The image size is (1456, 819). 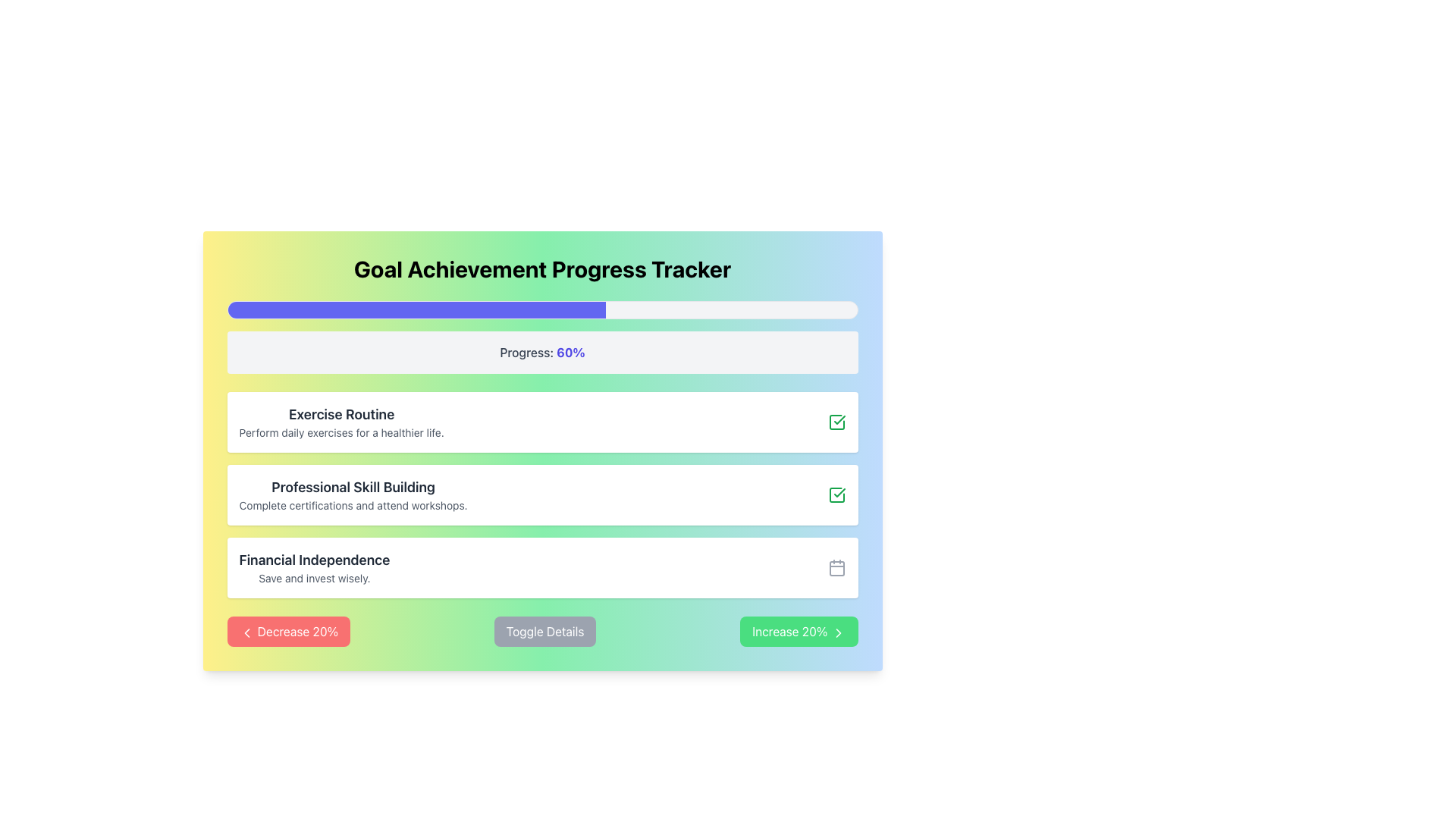 What do you see at coordinates (313, 567) in the screenshot?
I see `information presented in the Text Block about financial independence and investment strategies, which is located in a rounded rectangular card under 'Goal Achievement Progress Tracker'` at bounding box center [313, 567].